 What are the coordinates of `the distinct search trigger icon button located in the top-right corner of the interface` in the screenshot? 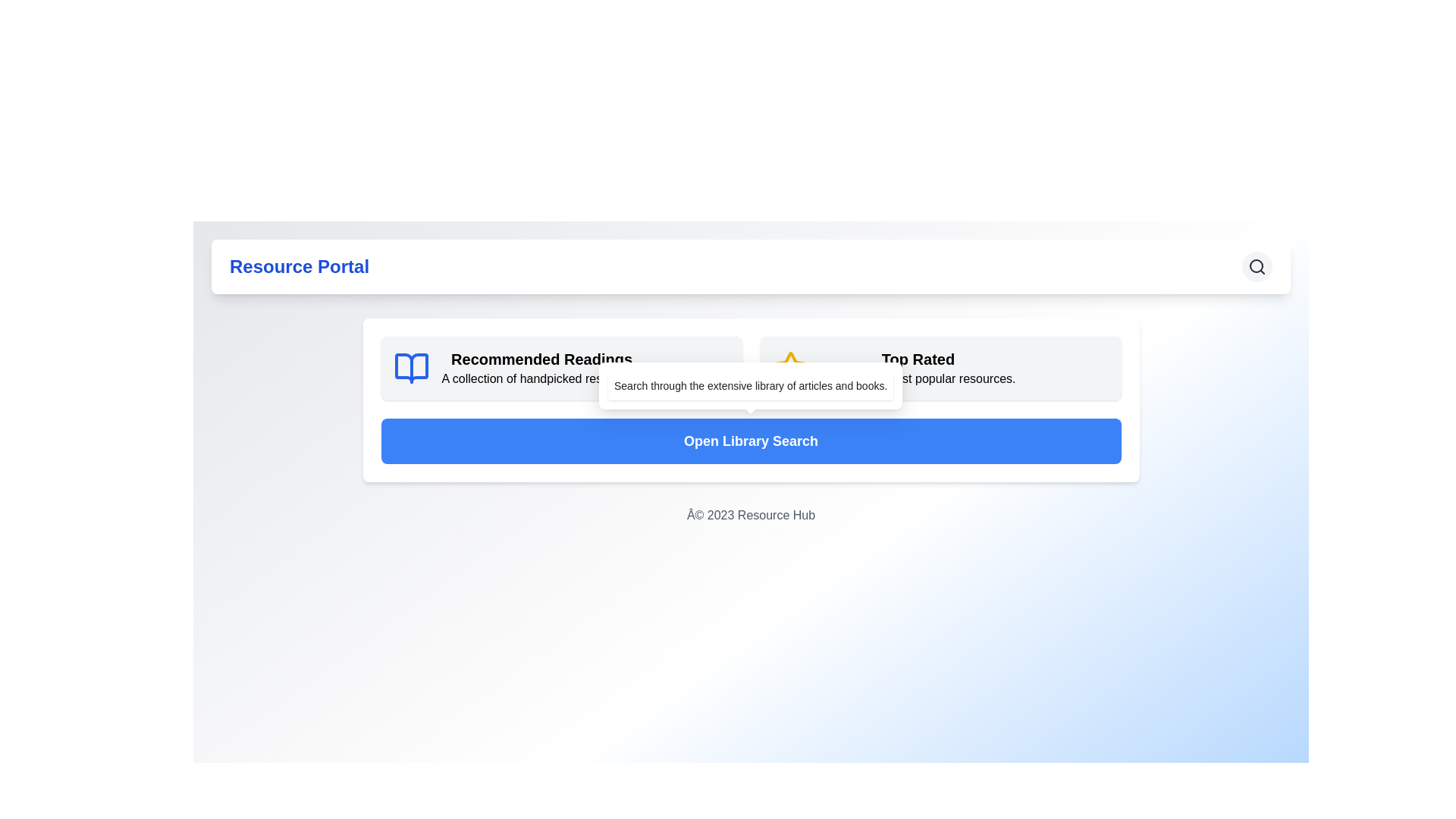 It's located at (1257, 265).